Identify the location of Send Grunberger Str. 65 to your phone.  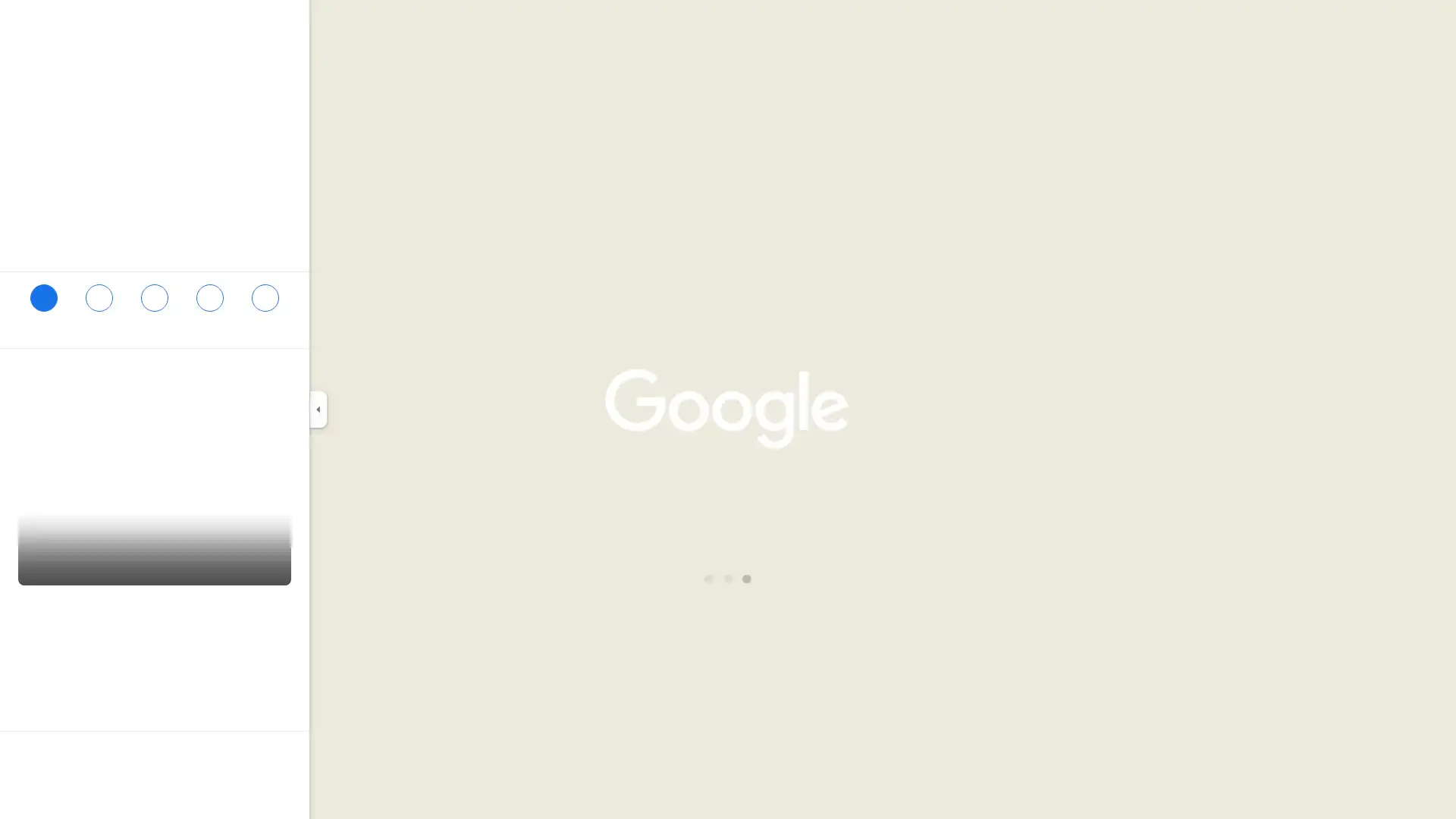
(209, 309).